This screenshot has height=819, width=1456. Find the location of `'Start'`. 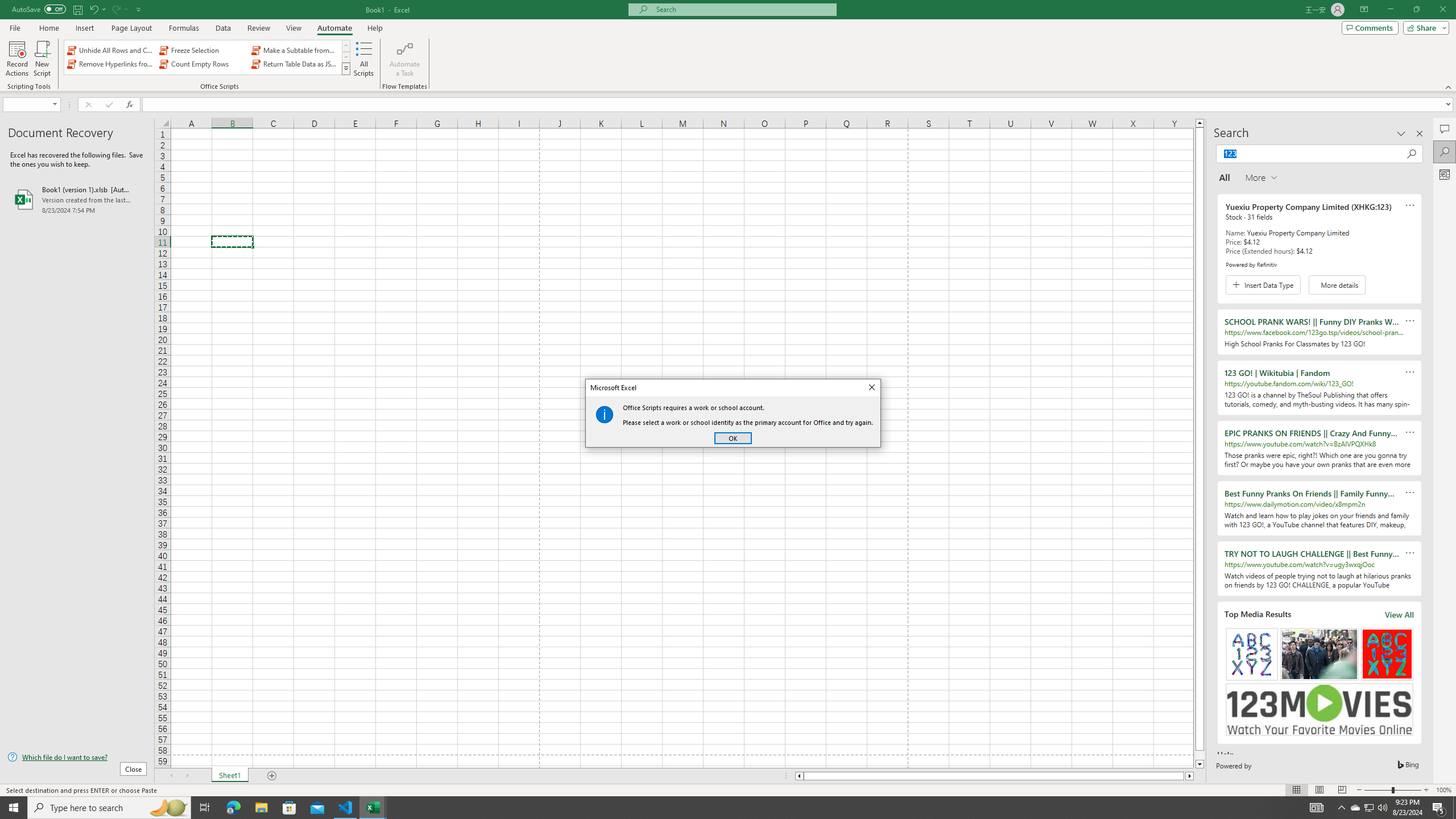

'Start' is located at coordinates (14, 806).